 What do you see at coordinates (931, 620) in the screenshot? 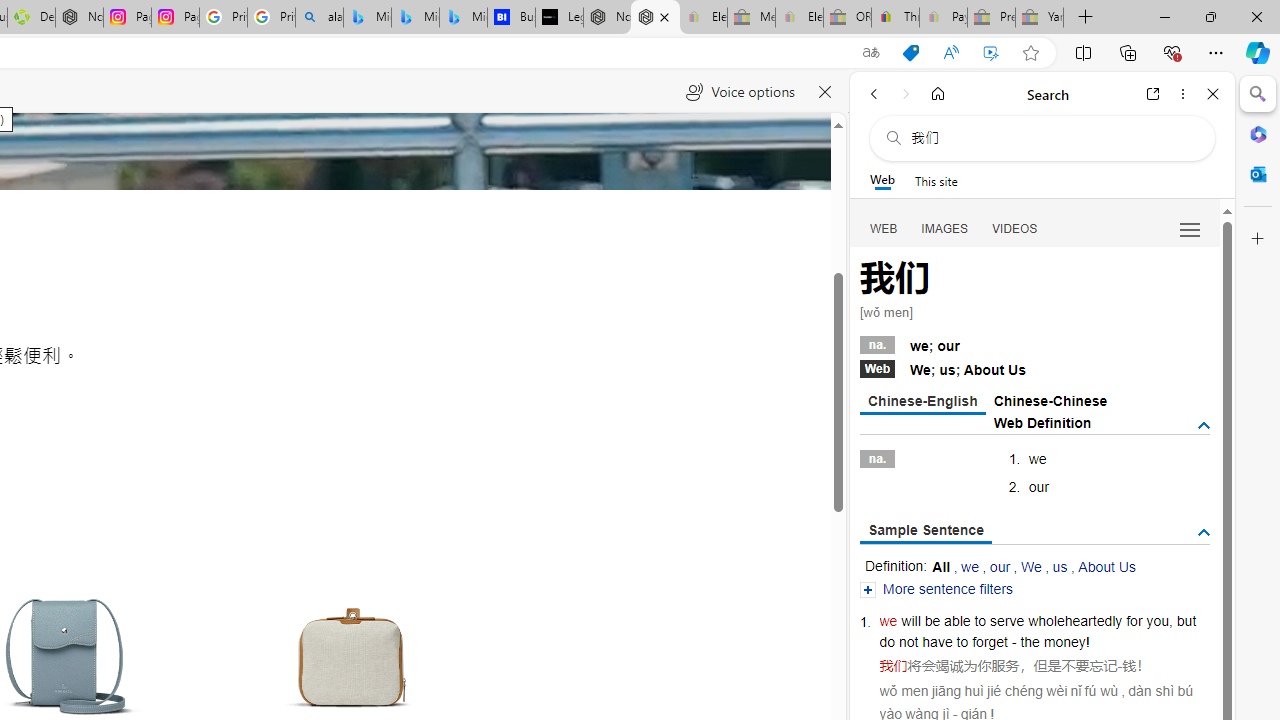
I see `'be'` at bounding box center [931, 620].